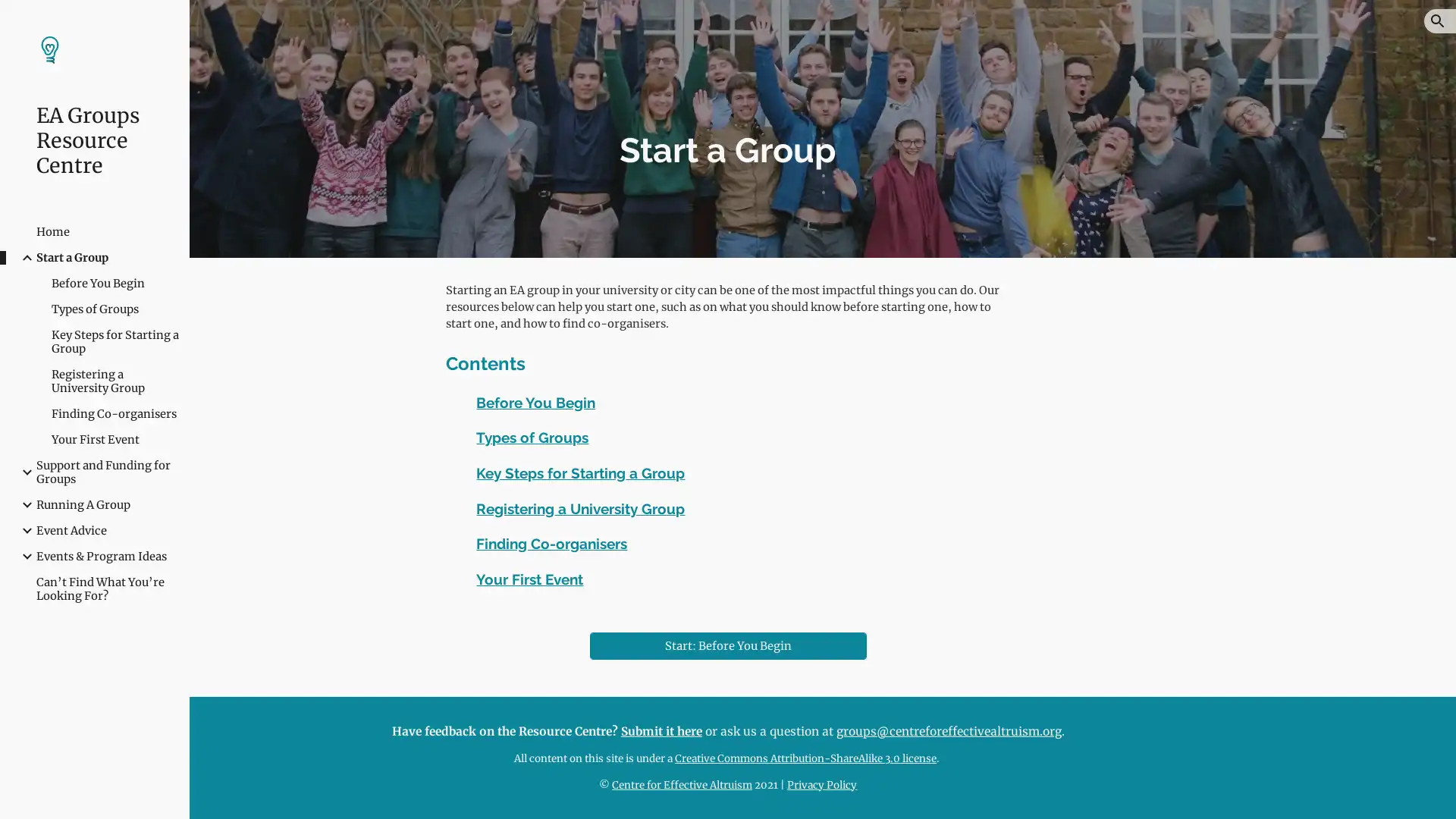  Describe the element at coordinates (637, 363) in the screenshot. I see `Copy heading link` at that location.